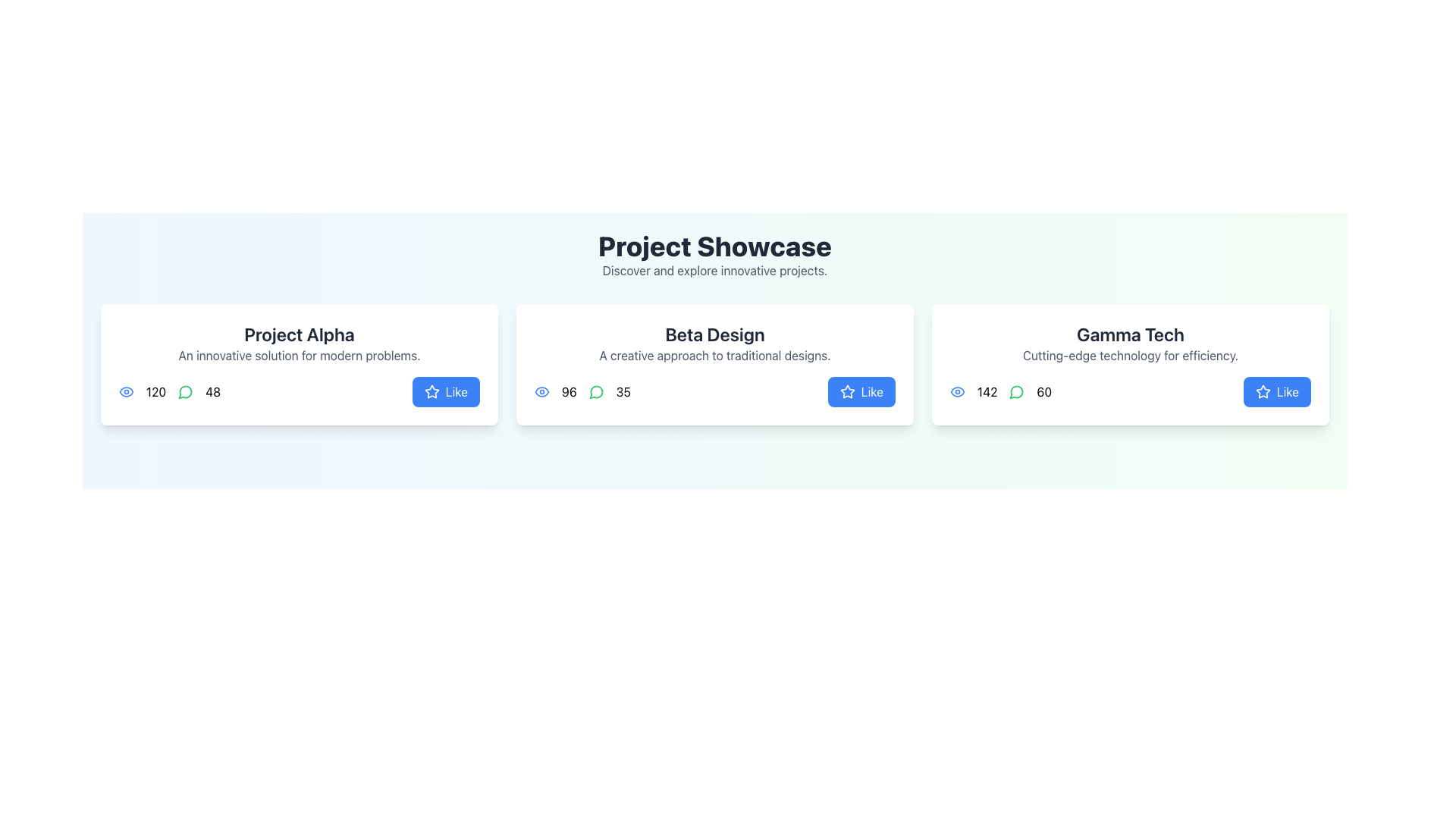 Image resolution: width=1456 pixels, height=819 pixels. Describe the element at coordinates (1276, 391) in the screenshot. I see `the 'like' button in the 'Gamma Tech' section` at that location.